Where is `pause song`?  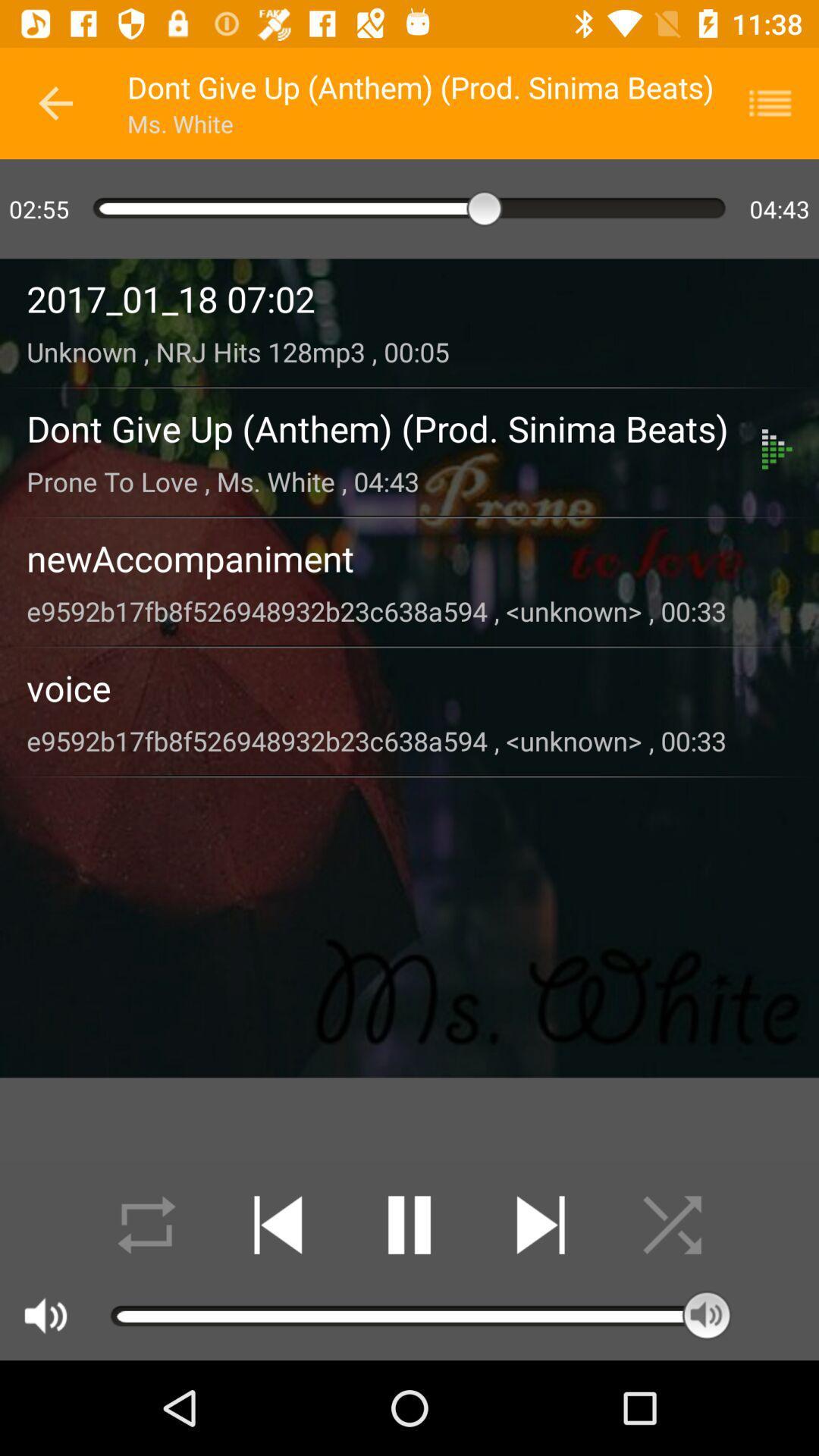 pause song is located at coordinates (409, 1225).